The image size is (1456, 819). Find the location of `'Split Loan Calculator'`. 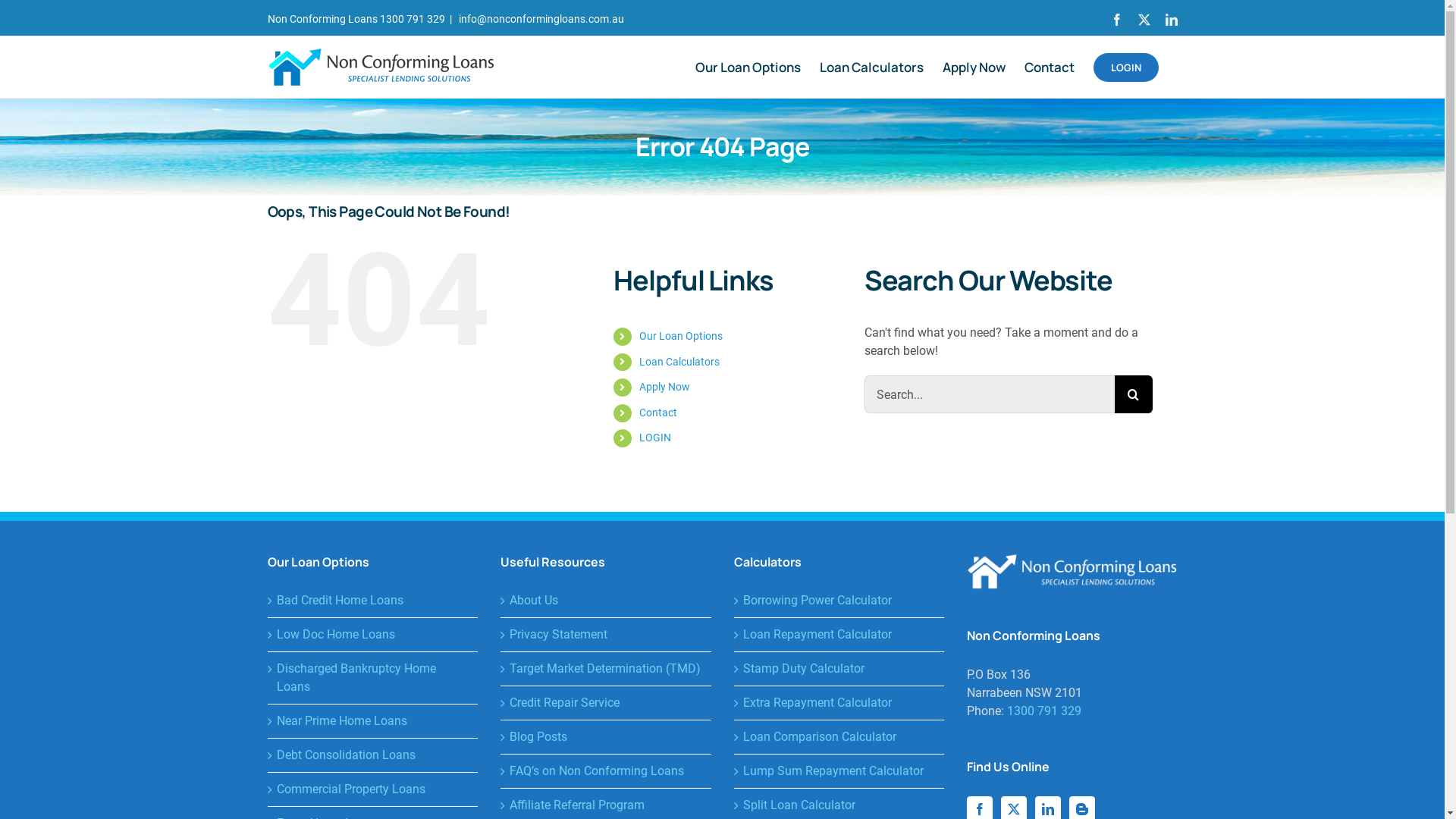

'Split Loan Calculator' is located at coordinates (839, 804).